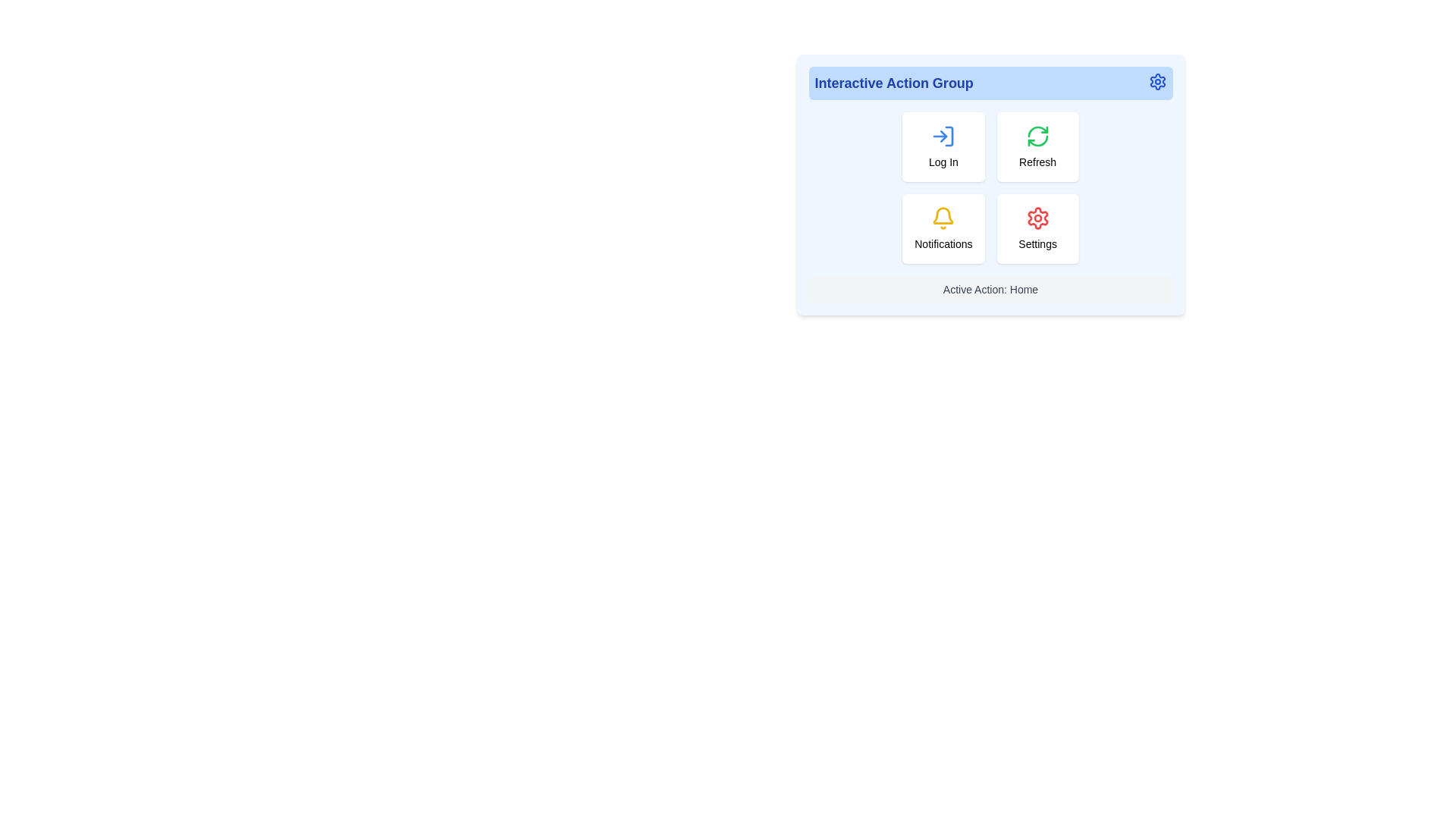 The image size is (1456, 819). I want to click on the vibrant yellow bell-shaped icon labeled 'Notifications' located in the bottom row, left cell of a 2x2 layout within the 'Interactive Action Group' panel, so click(943, 218).